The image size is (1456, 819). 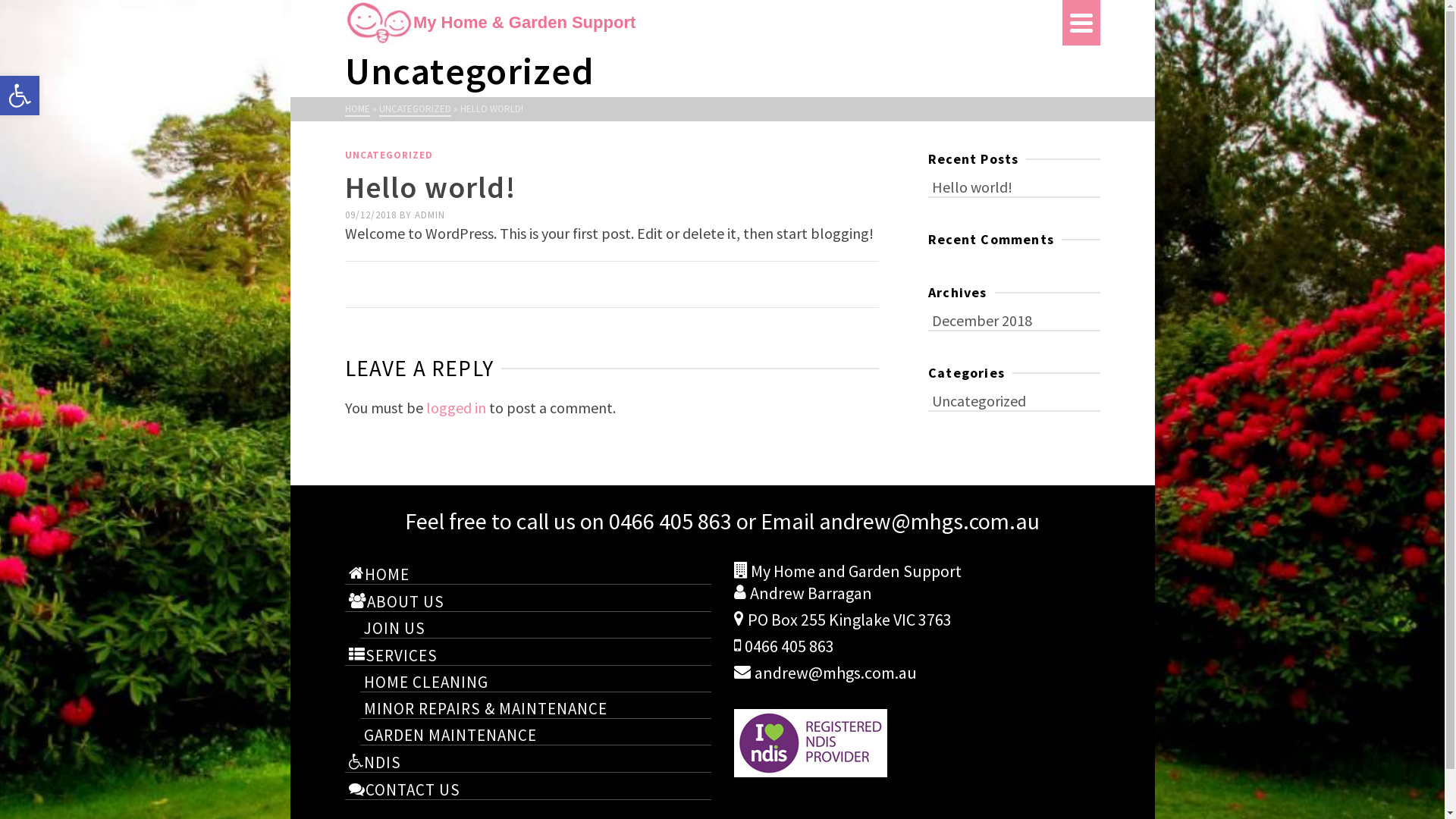 What do you see at coordinates (378, 108) in the screenshot?
I see `'UNCATEGORIZED'` at bounding box center [378, 108].